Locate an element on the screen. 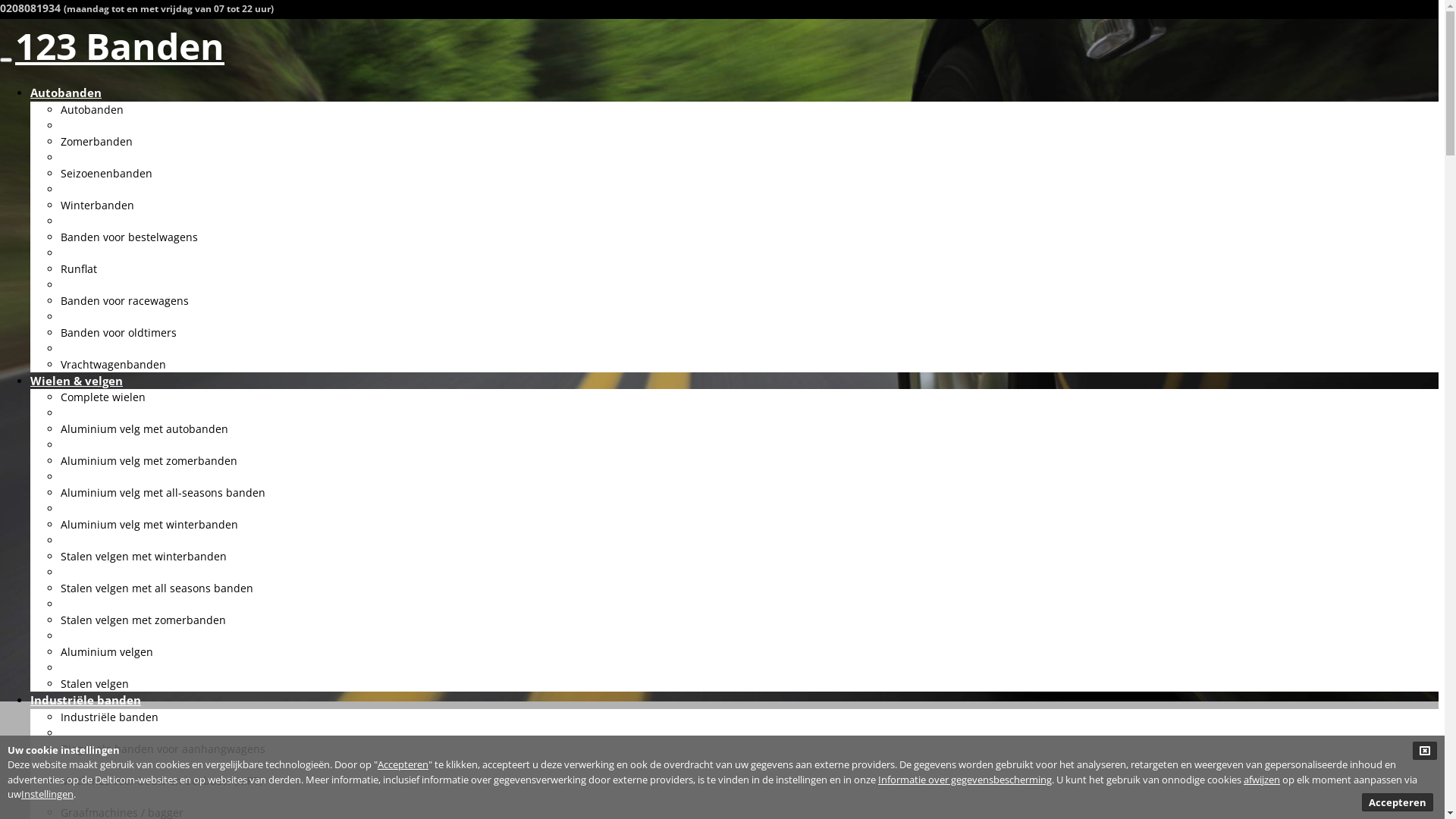 The width and height of the screenshot is (1456, 819). 'Stalen velgen met all seasons banden' is located at coordinates (156, 587).